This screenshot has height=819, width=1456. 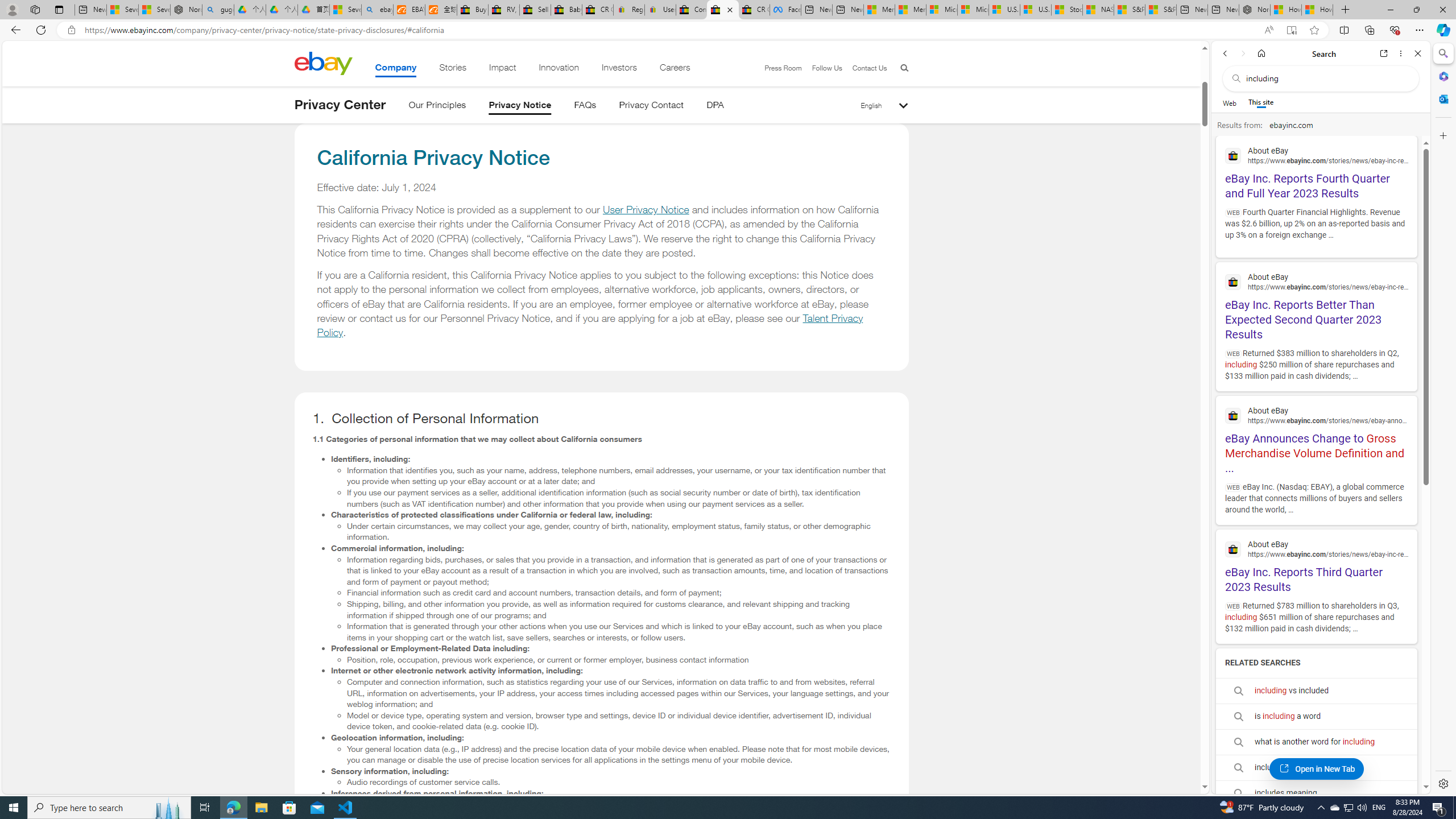 I want to click on 'Audio recordings of customer service calls.', so click(x=619, y=781).